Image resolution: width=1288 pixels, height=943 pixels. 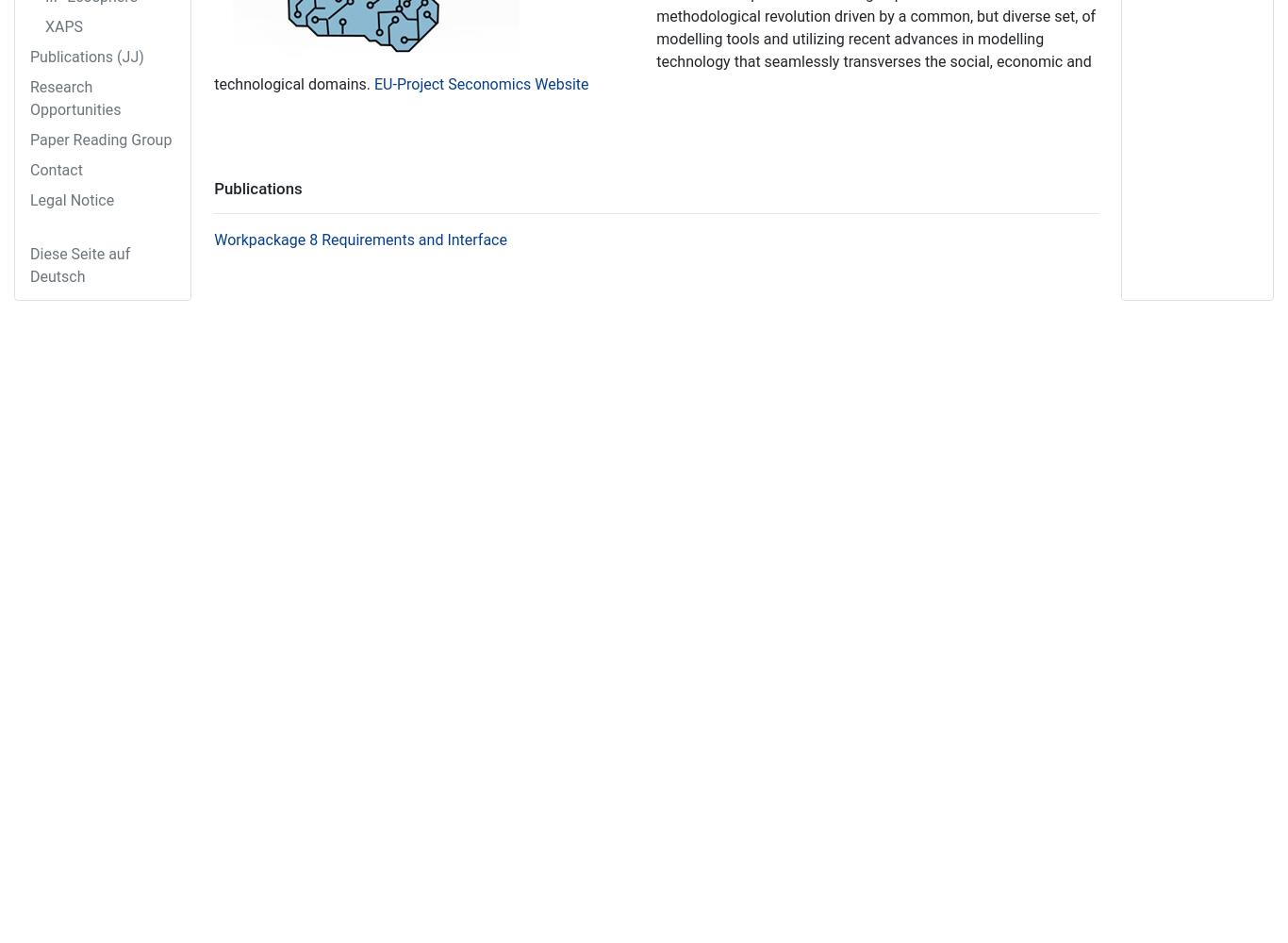 What do you see at coordinates (257, 187) in the screenshot?
I see `'Publications'` at bounding box center [257, 187].